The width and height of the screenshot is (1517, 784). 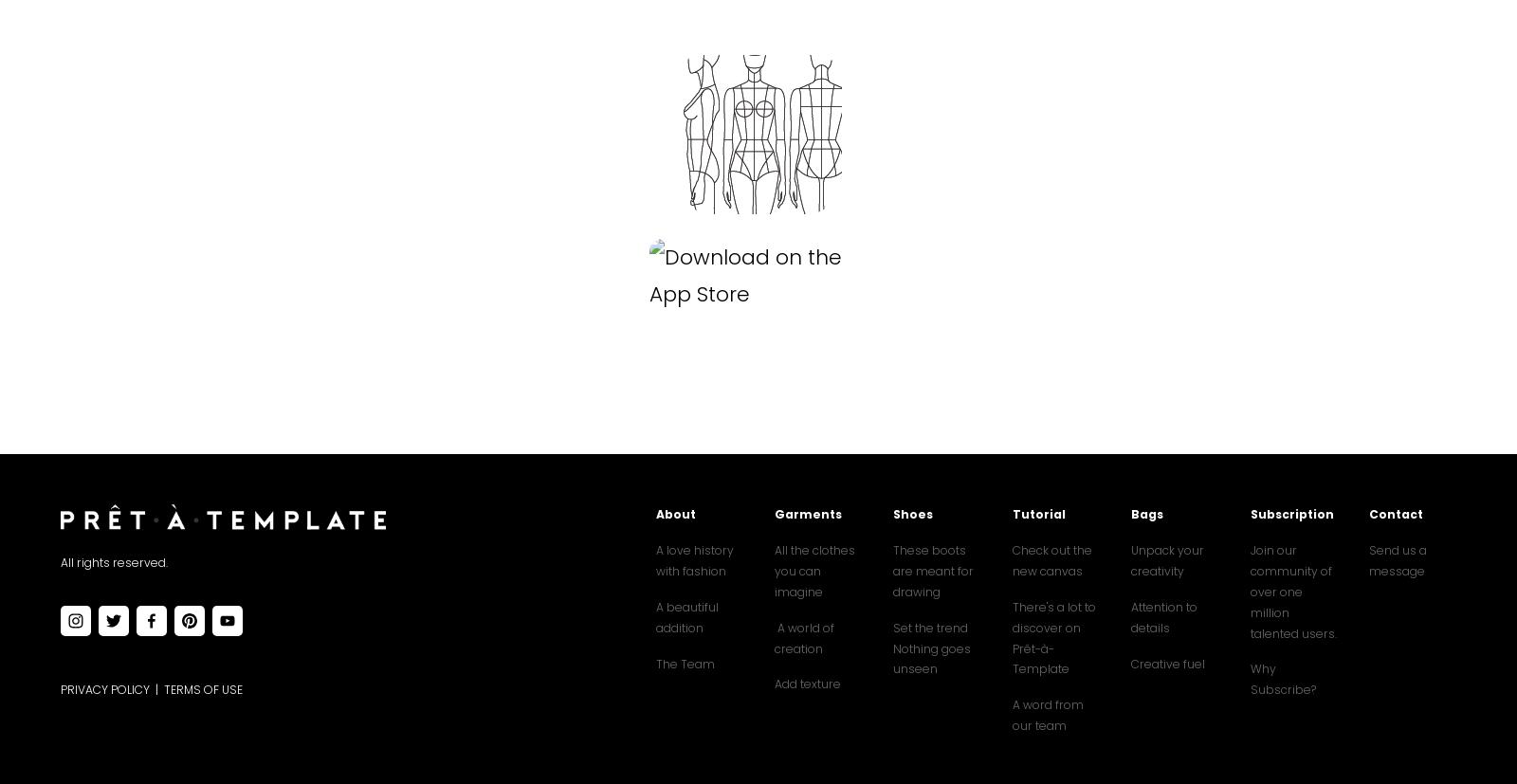 What do you see at coordinates (1145, 513) in the screenshot?
I see `'Bags'` at bounding box center [1145, 513].